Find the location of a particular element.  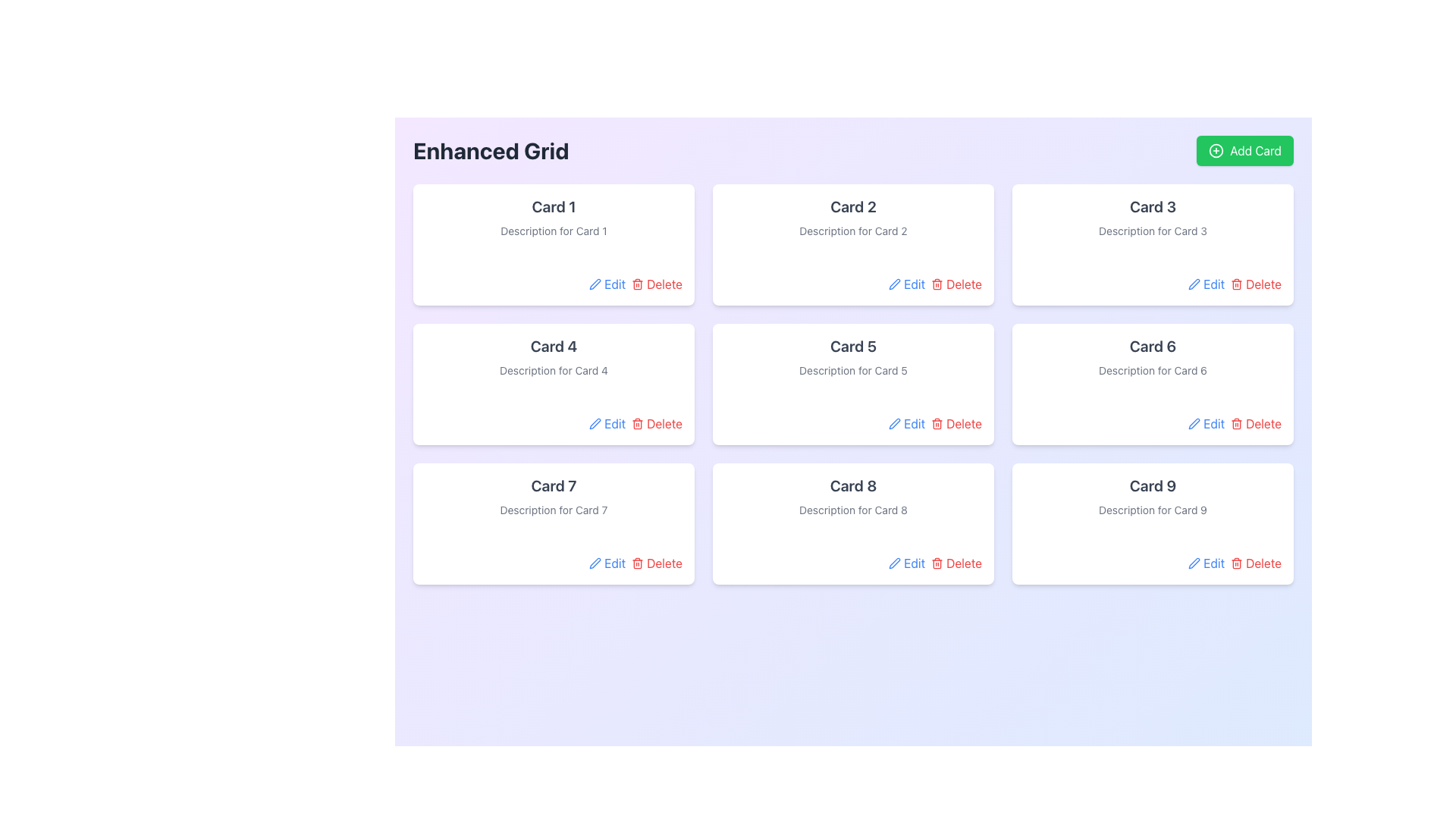

the textual display area showing 'Card 9' and 'Description for Card 9' located in the bottom-right card of the grid layout is located at coordinates (1153, 497).